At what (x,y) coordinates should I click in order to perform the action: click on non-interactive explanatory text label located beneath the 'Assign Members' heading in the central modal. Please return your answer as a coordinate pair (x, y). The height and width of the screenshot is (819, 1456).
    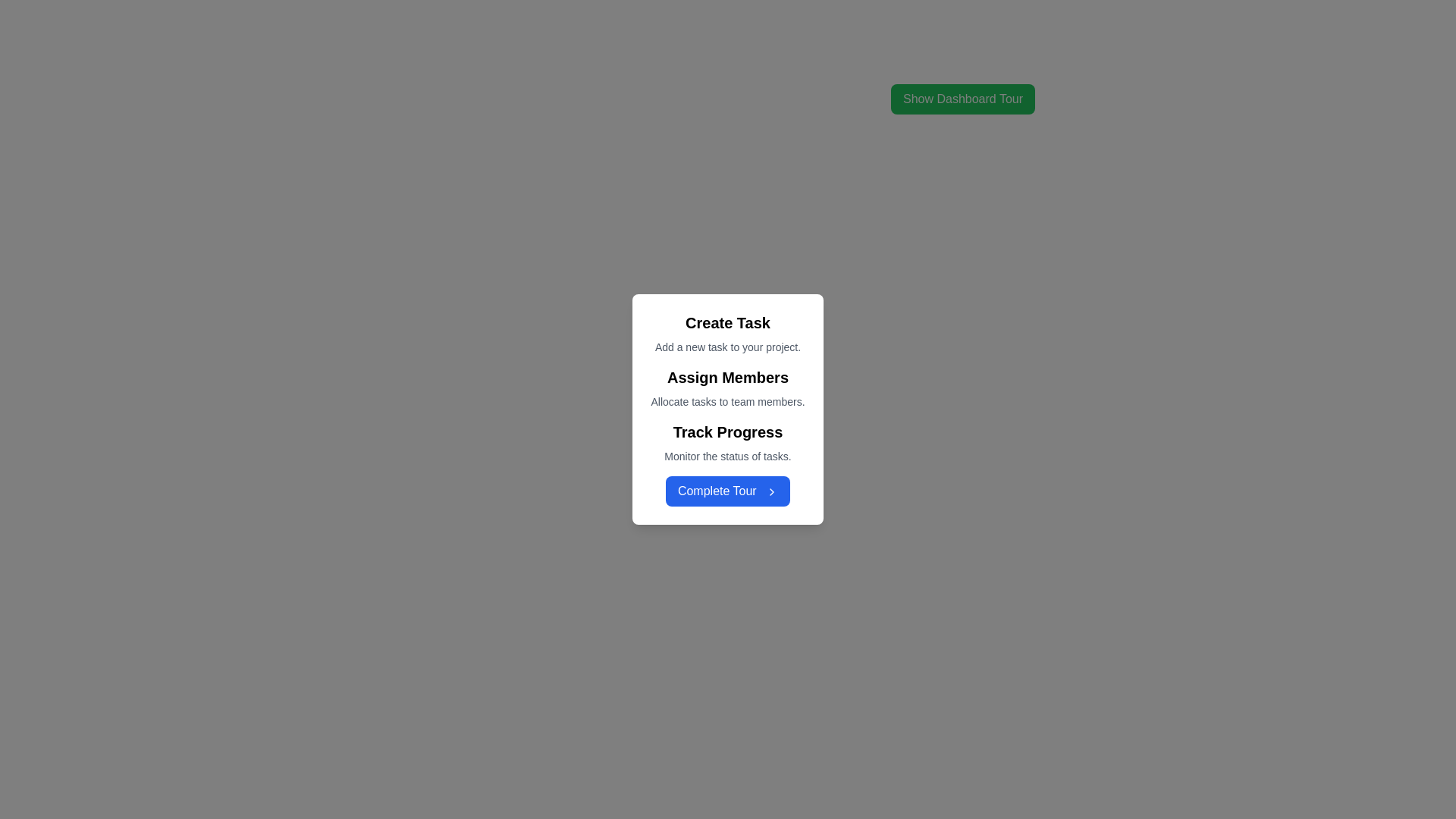
    Looking at the image, I should click on (728, 400).